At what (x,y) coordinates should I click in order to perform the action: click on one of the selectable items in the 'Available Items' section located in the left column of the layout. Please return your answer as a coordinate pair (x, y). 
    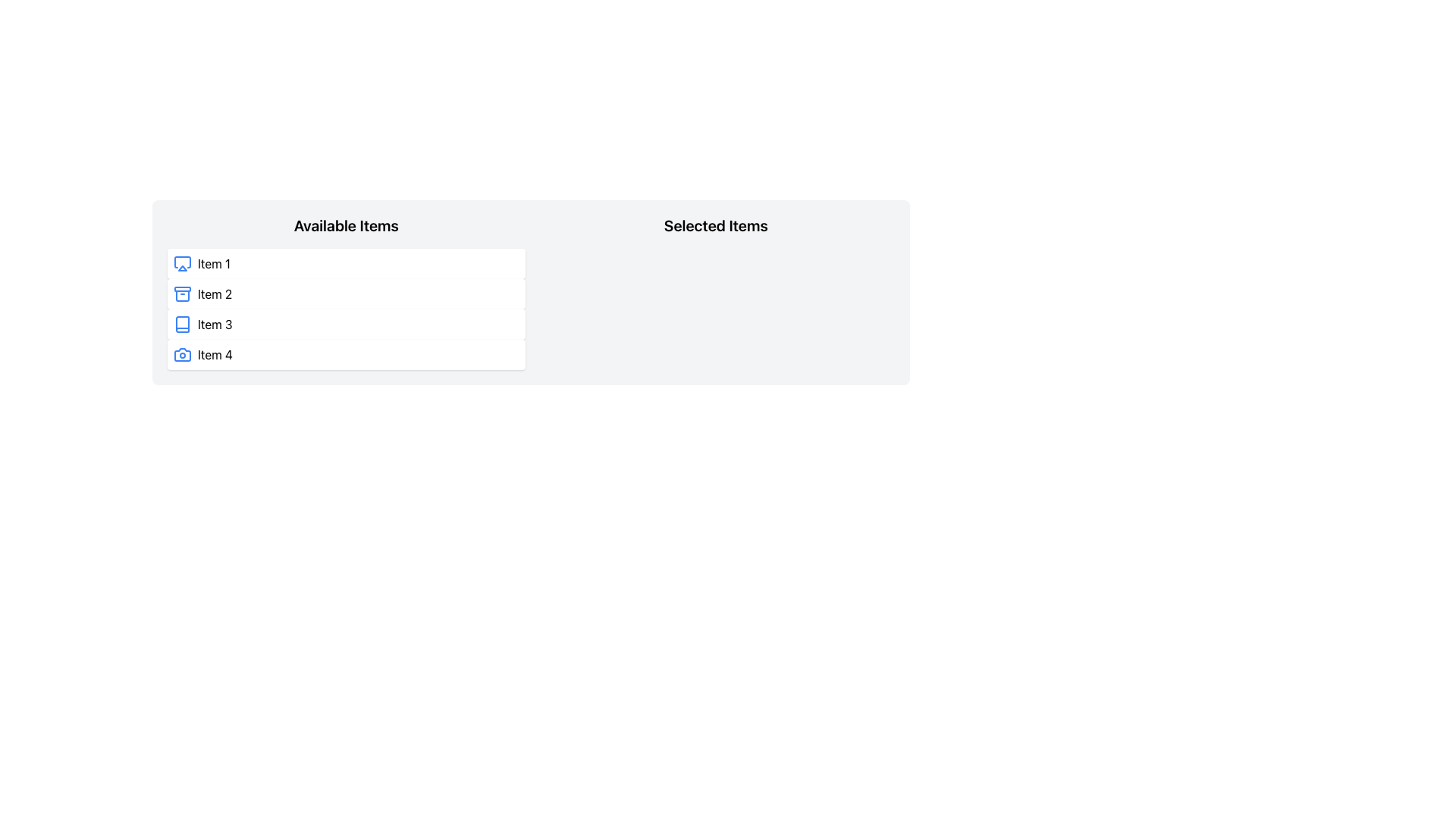
    Looking at the image, I should click on (345, 292).